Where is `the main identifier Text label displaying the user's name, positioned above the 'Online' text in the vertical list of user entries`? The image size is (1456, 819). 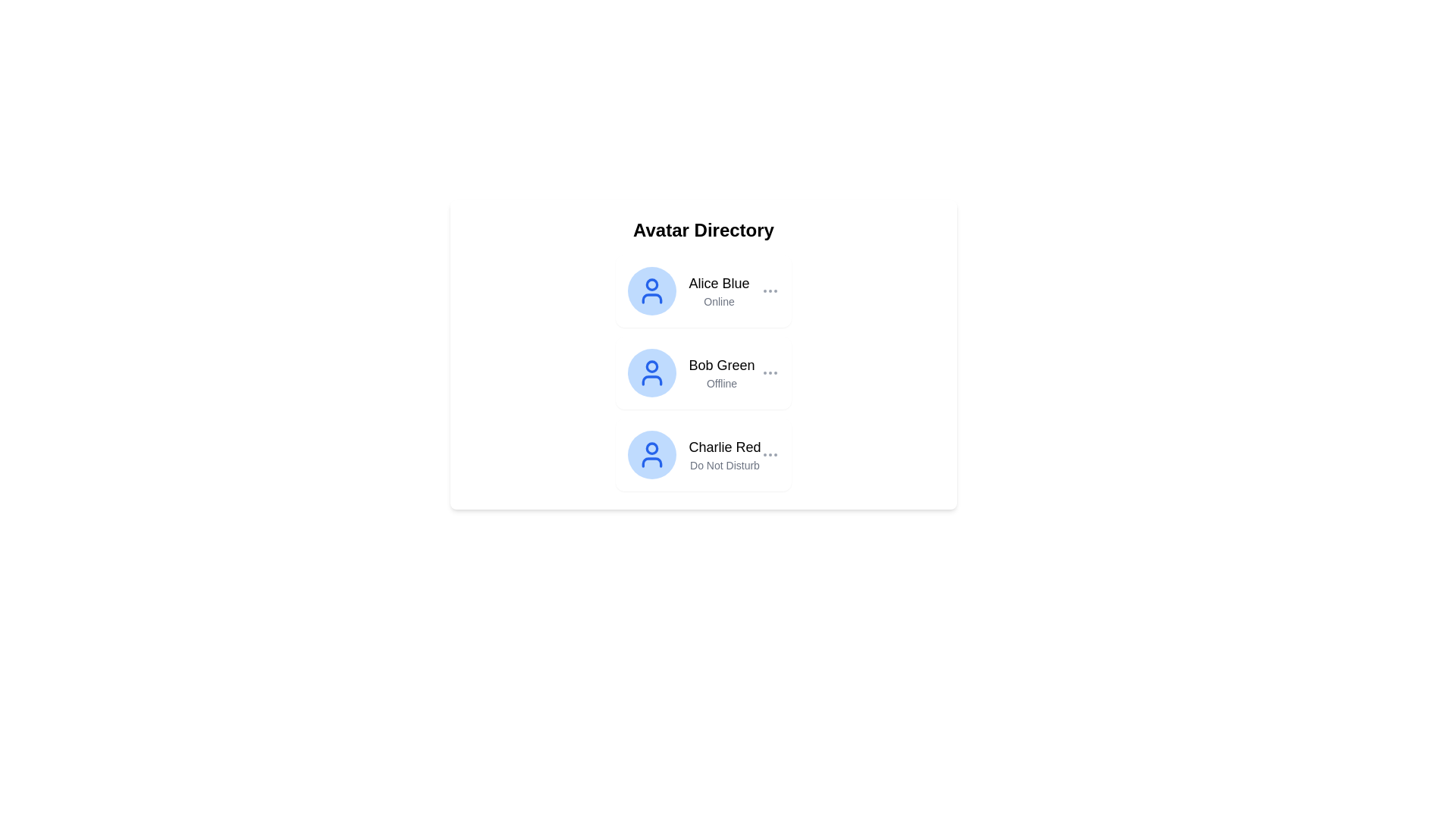
the main identifier Text label displaying the user's name, positioned above the 'Online' text in the vertical list of user entries is located at coordinates (718, 284).